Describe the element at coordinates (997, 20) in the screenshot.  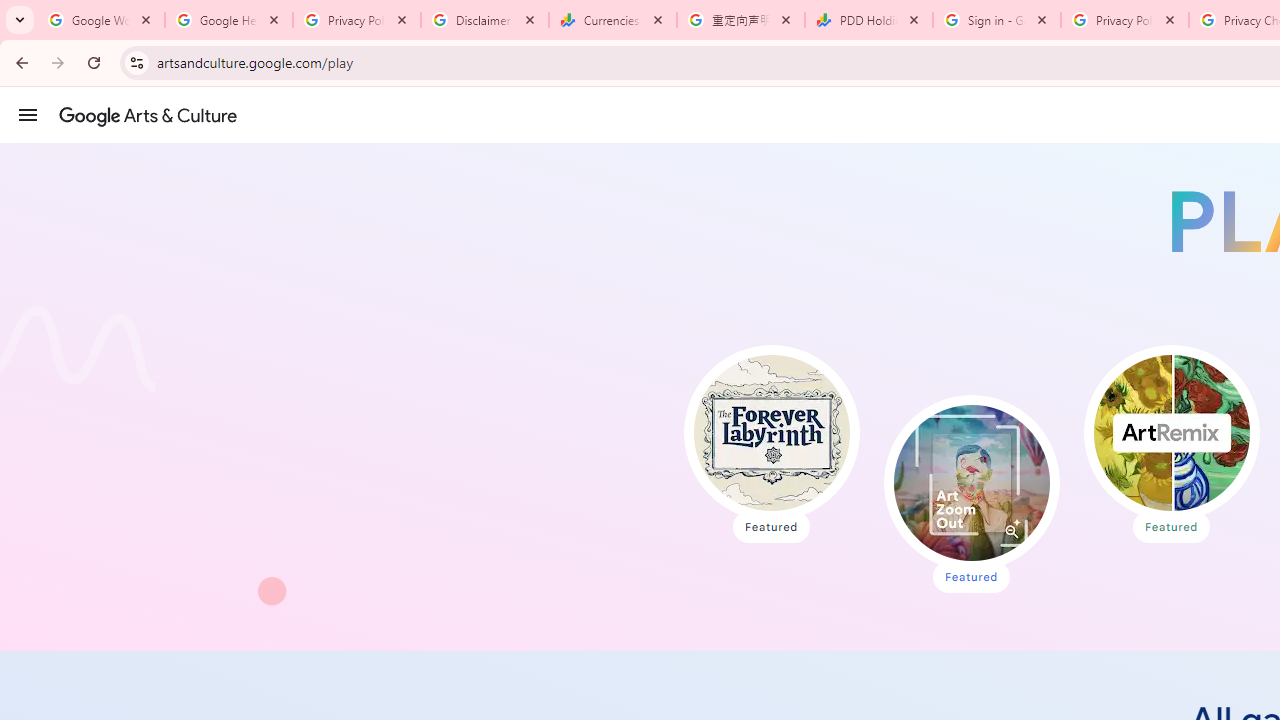
I see `'Sign in - Google Accounts'` at that location.